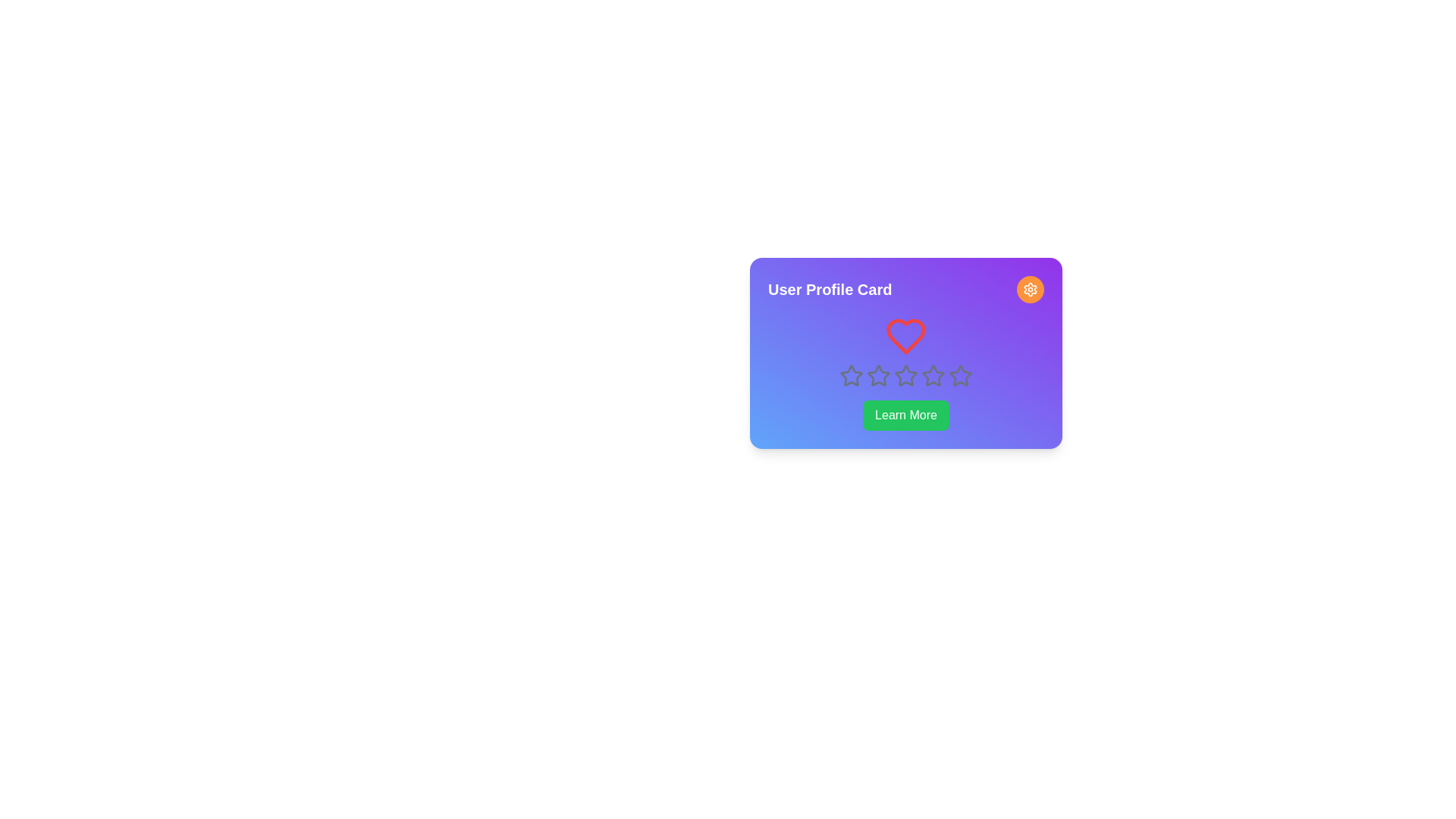 This screenshot has height=819, width=1456. I want to click on the fourth star icon in the rating interface, so click(931, 375).